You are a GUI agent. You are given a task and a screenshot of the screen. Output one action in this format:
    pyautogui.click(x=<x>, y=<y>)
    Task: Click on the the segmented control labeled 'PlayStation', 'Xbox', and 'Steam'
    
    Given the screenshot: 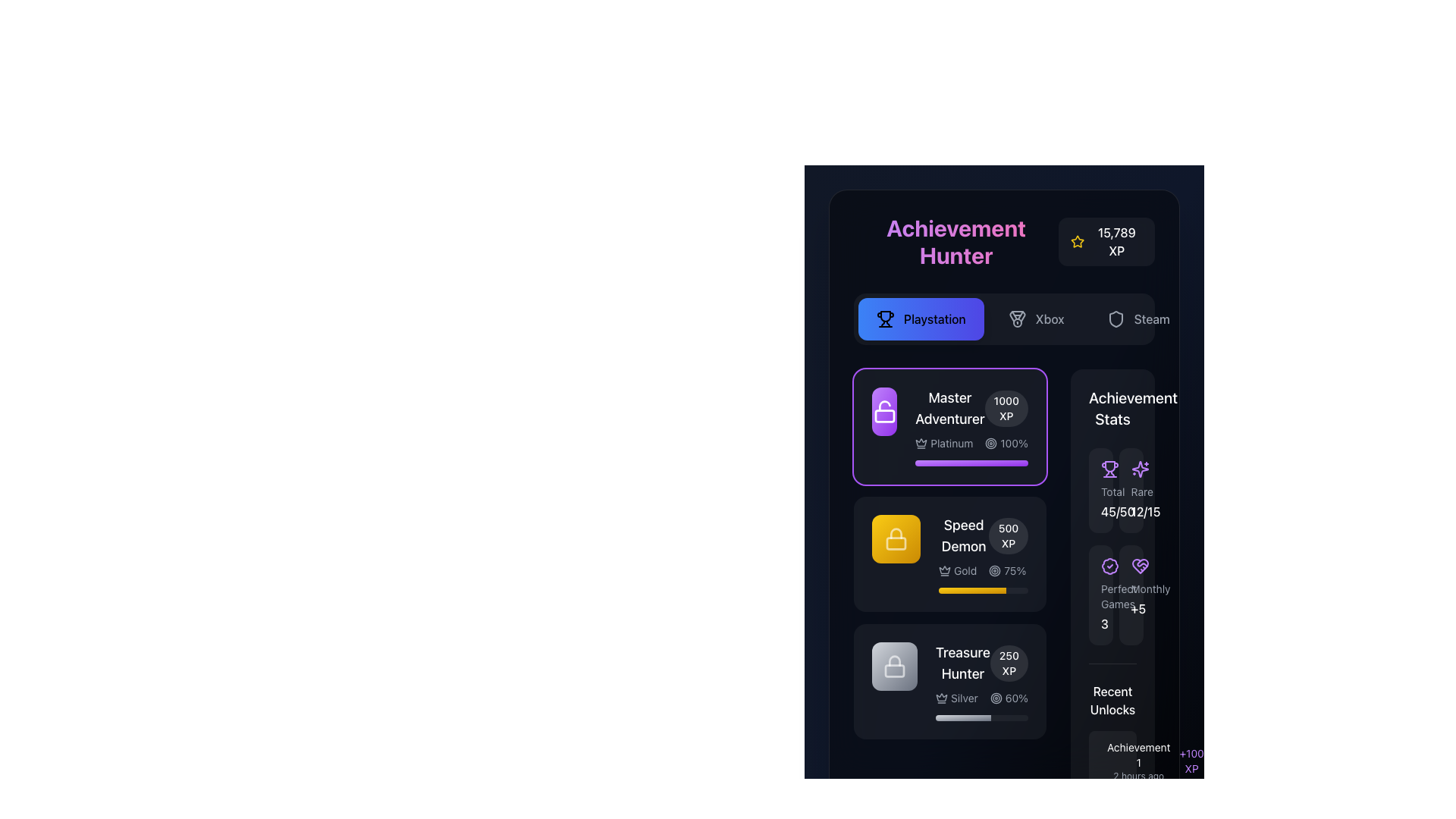 What is the action you would take?
    pyautogui.click(x=1004, y=318)
    